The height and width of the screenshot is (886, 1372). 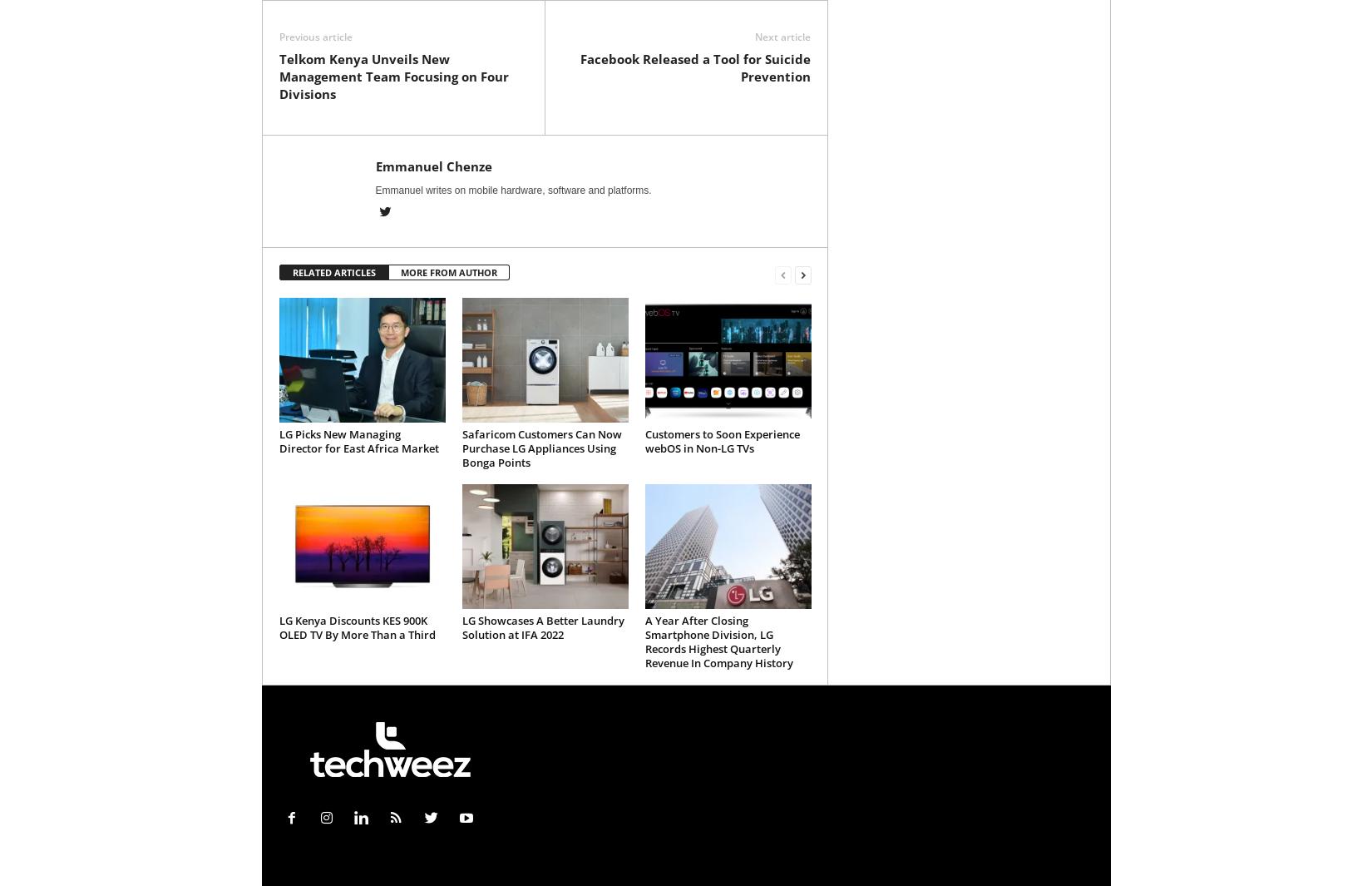 I want to click on 'MORE FROM AUTHOR', so click(x=447, y=271).